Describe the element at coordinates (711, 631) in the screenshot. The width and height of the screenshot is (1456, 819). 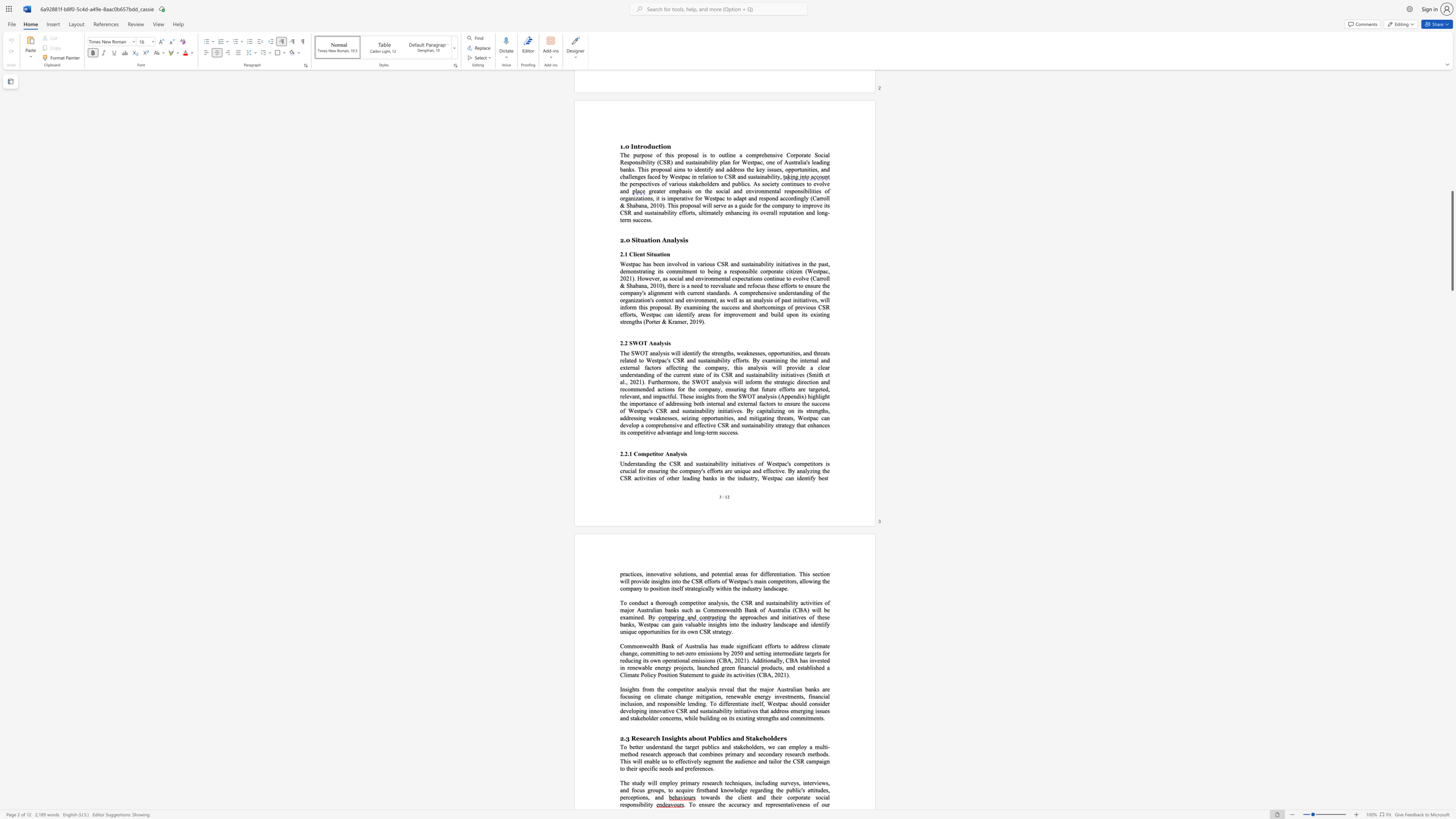
I see `the subset text "st" within the text "unique opportunities for its own CSR strategy."` at that location.